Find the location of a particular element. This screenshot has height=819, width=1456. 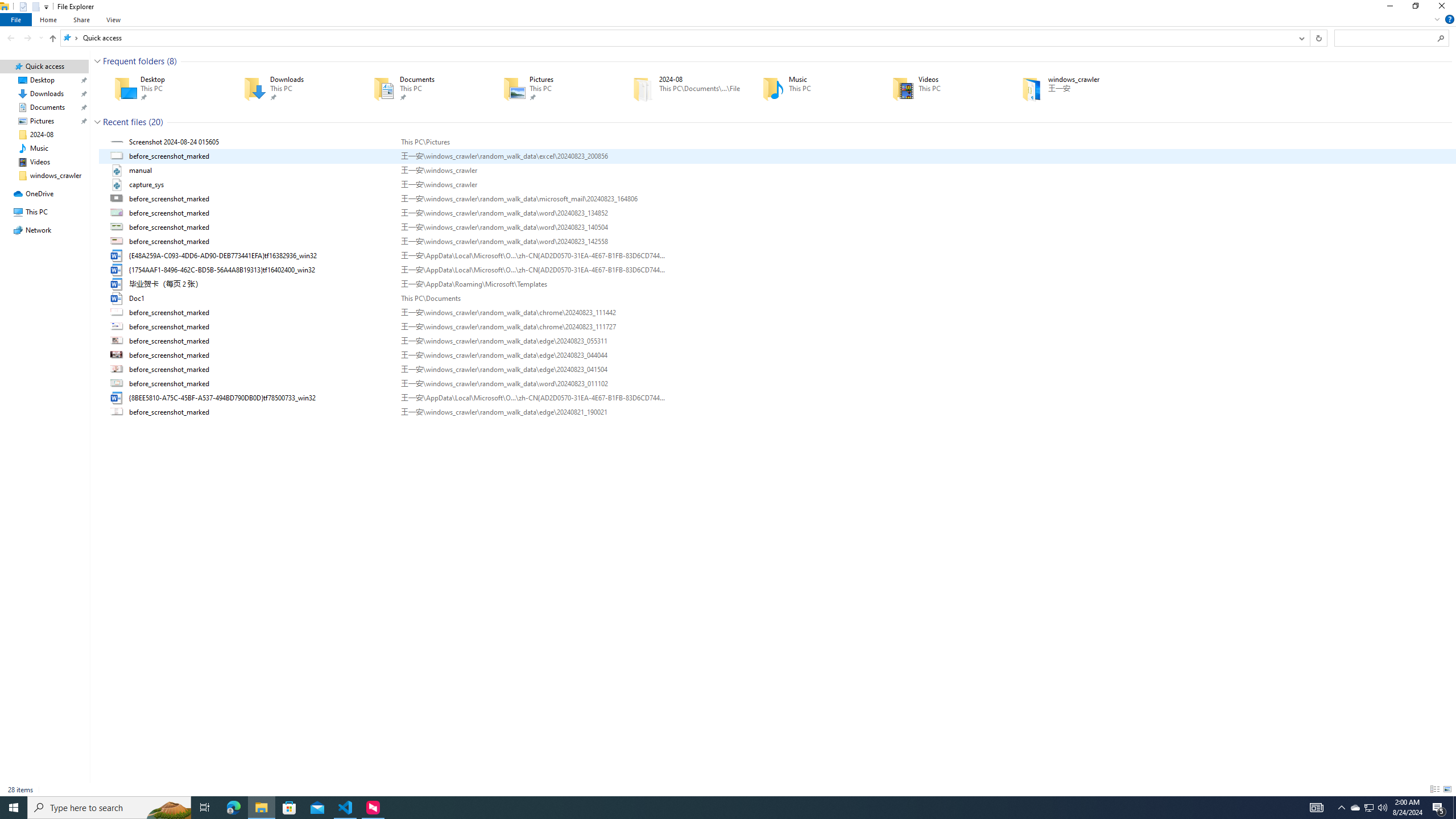

'2024-08' is located at coordinates (681, 88).